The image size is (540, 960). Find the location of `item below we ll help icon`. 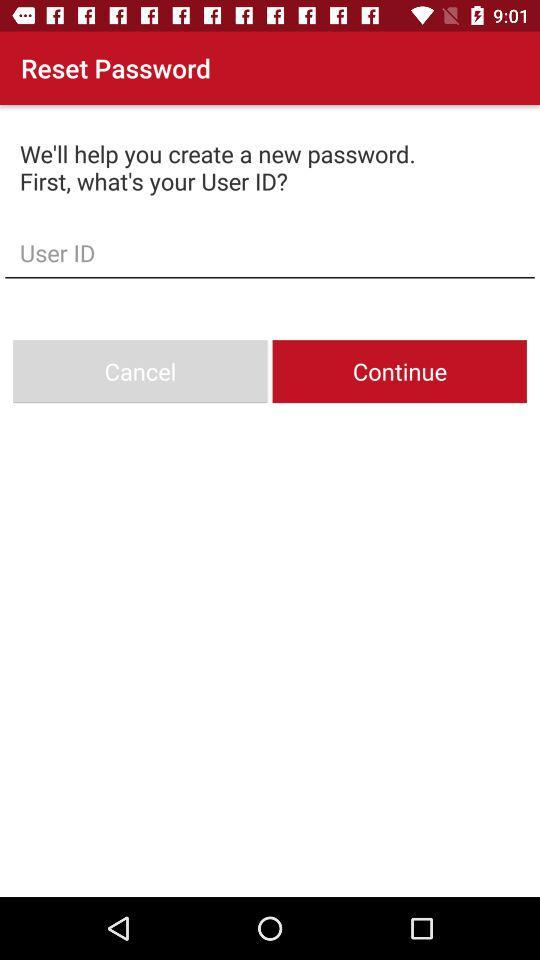

item below we ll help icon is located at coordinates (270, 251).